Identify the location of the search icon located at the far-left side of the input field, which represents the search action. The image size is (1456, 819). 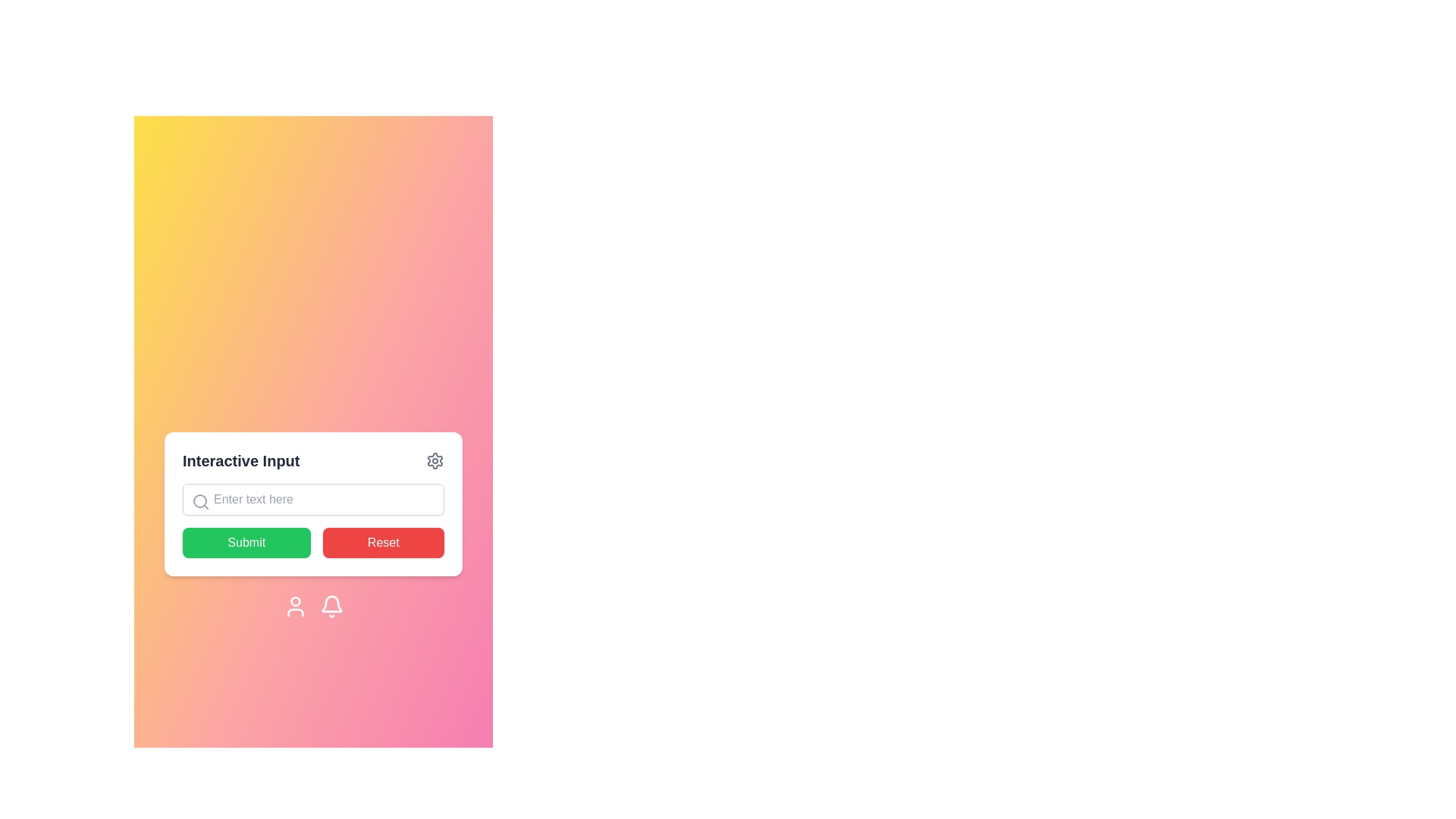
(199, 502).